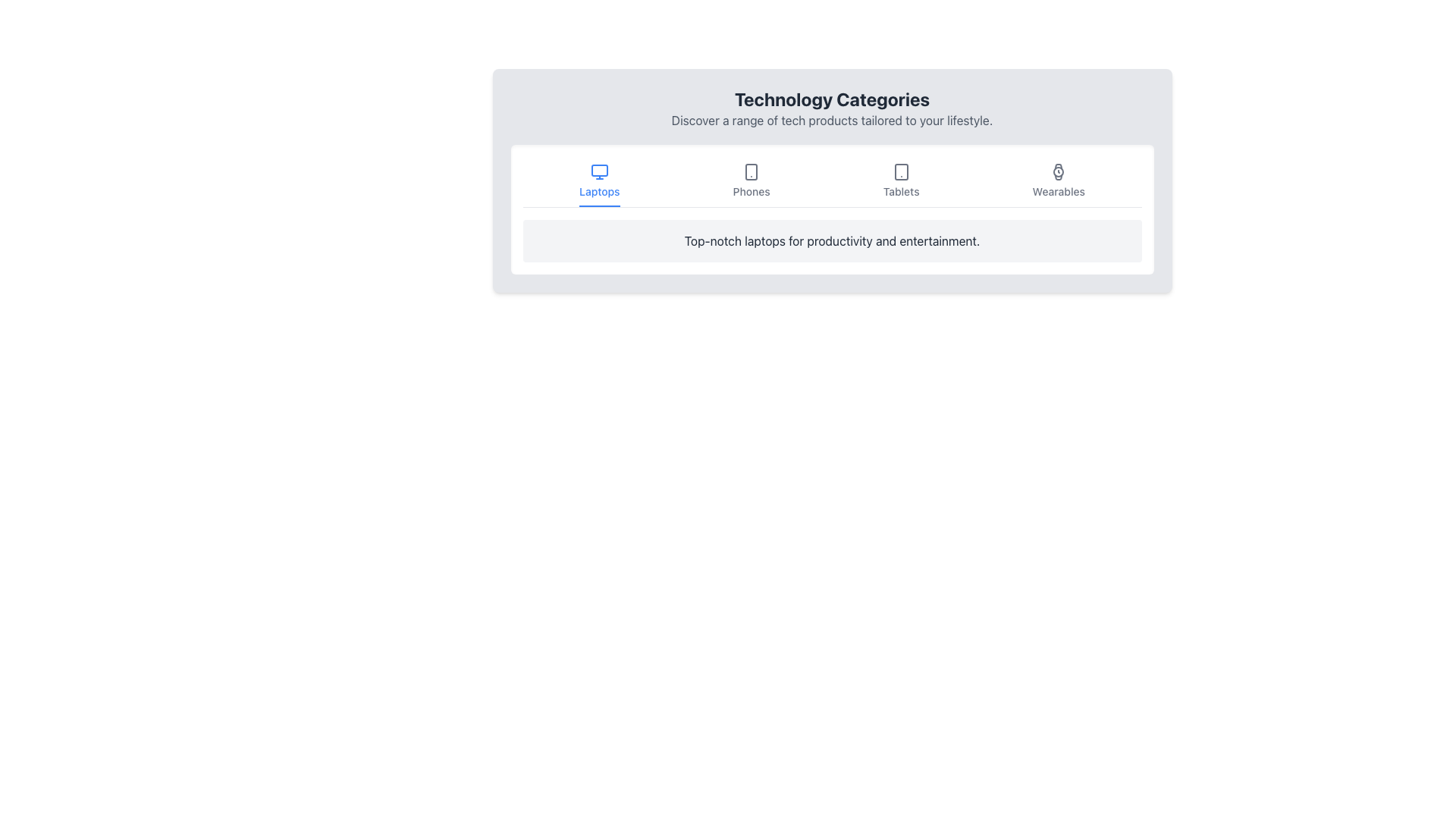 The image size is (1456, 819). What do you see at coordinates (1058, 171) in the screenshot?
I see `the SVG graphical element representing the 'Wearables' category in the navigation menu` at bounding box center [1058, 171].